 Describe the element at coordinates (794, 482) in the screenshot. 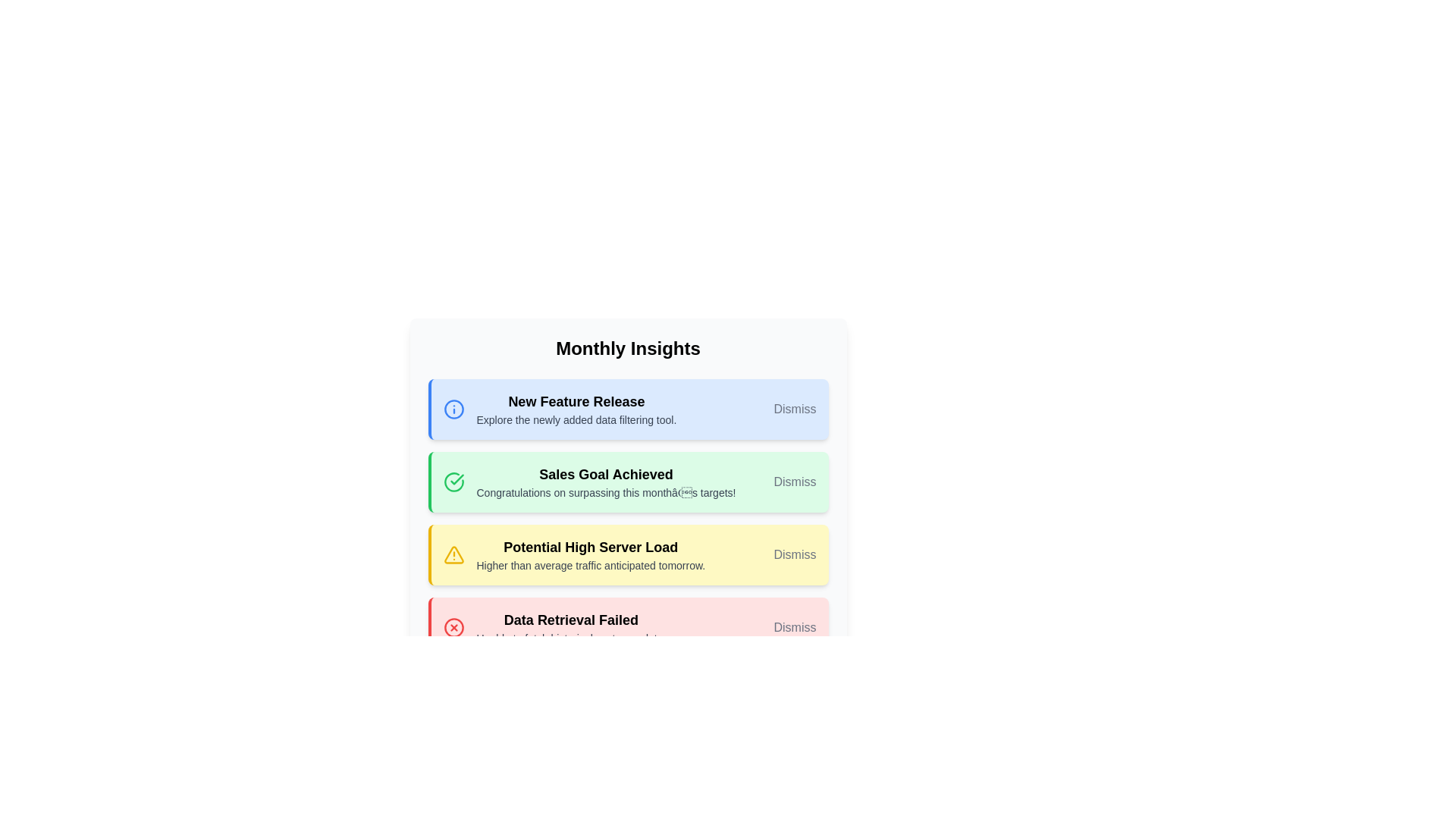

I see `the 'Dismiss' button located in the top-right corner of the highlighted notification card` at that location.